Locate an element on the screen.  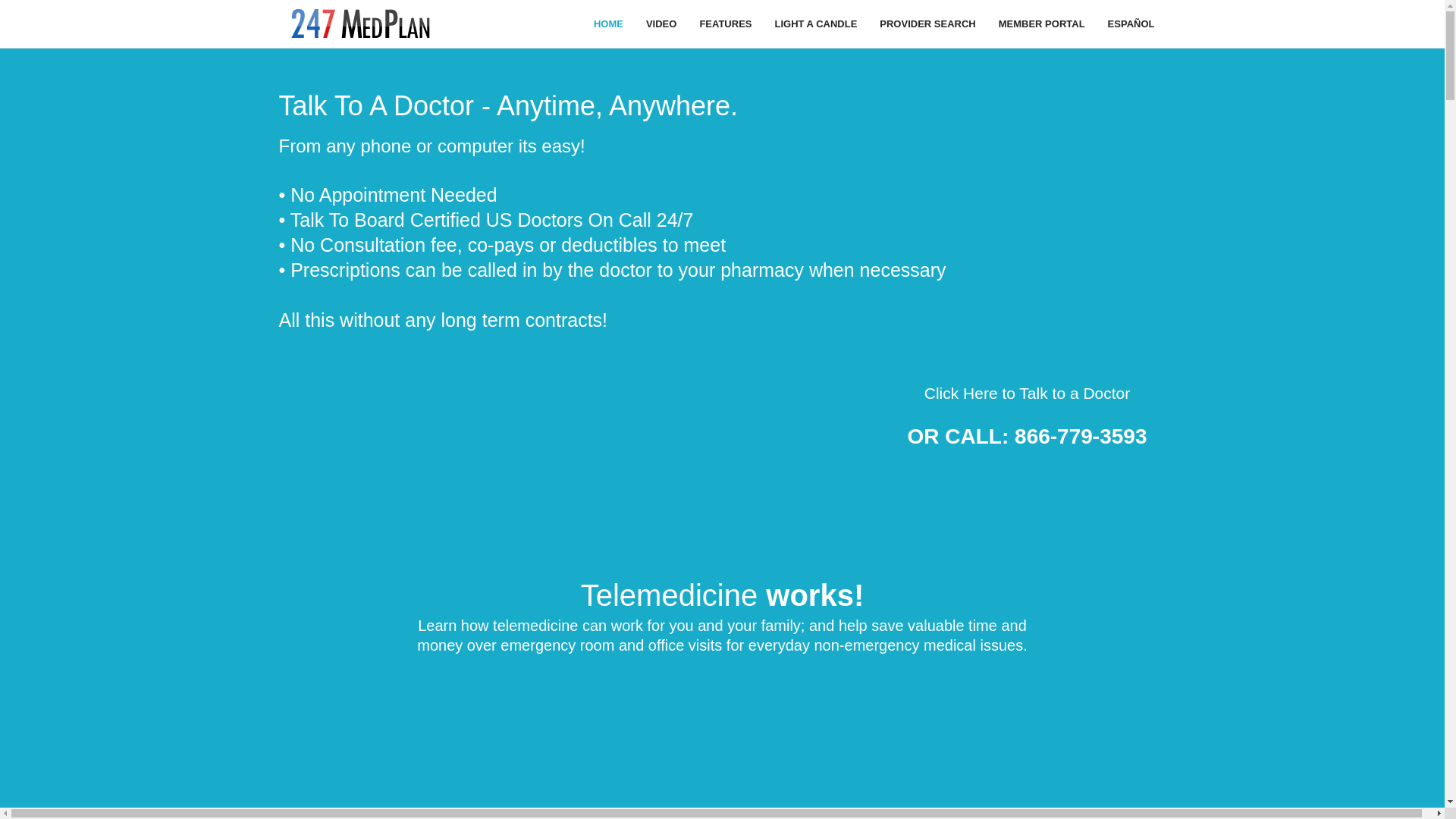
'Click Here to Talk to a Doctor' is located at coordinates (1027, 392).